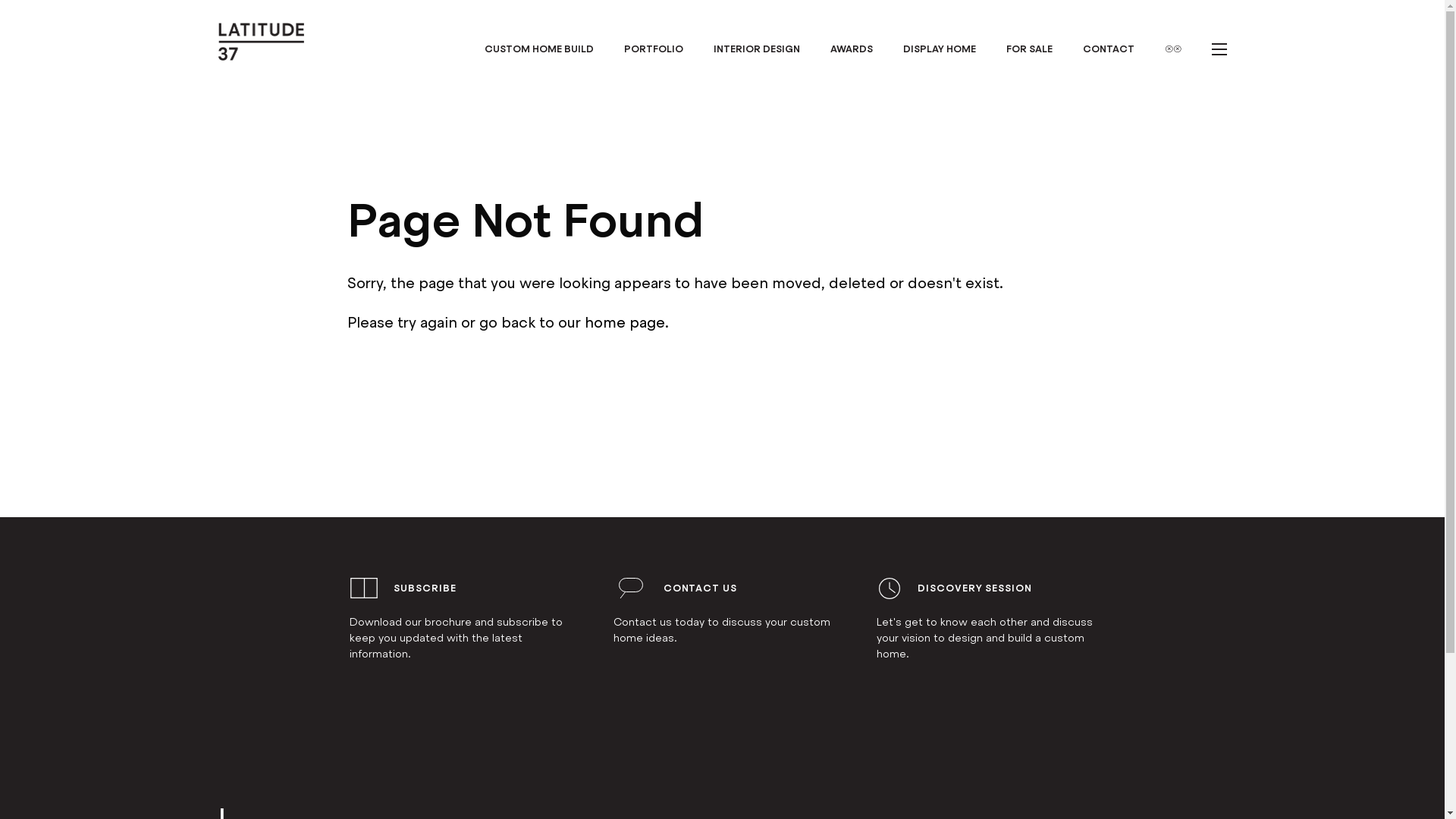  Describe the element at coordinates (538, 49) in the screenshot. I see `'CUSTOM HOME BUILD'` at that location.